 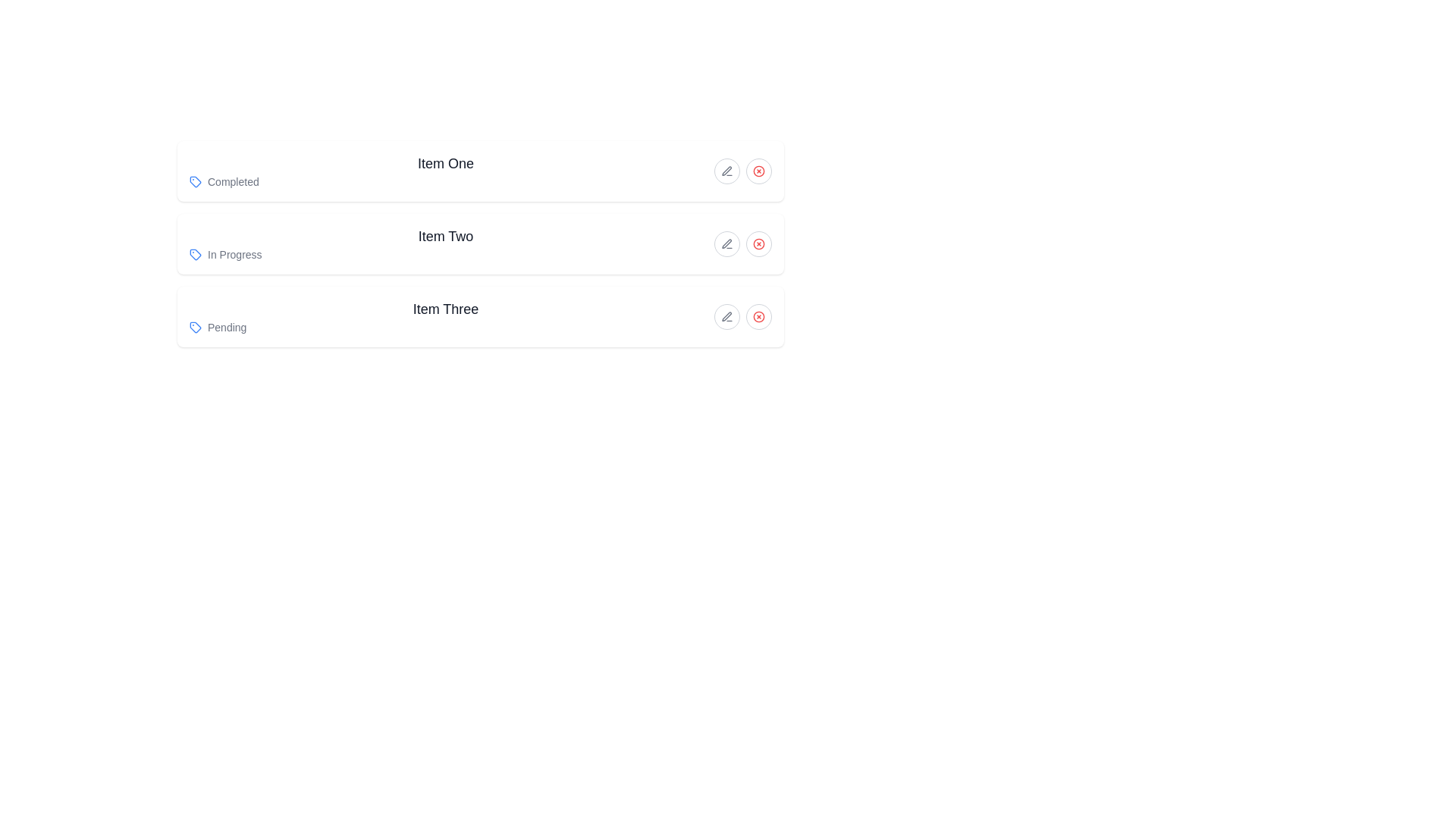 I want to click on the List item displaying 'Item Two' with the status 'In Progress', so click(x=479, y=243).